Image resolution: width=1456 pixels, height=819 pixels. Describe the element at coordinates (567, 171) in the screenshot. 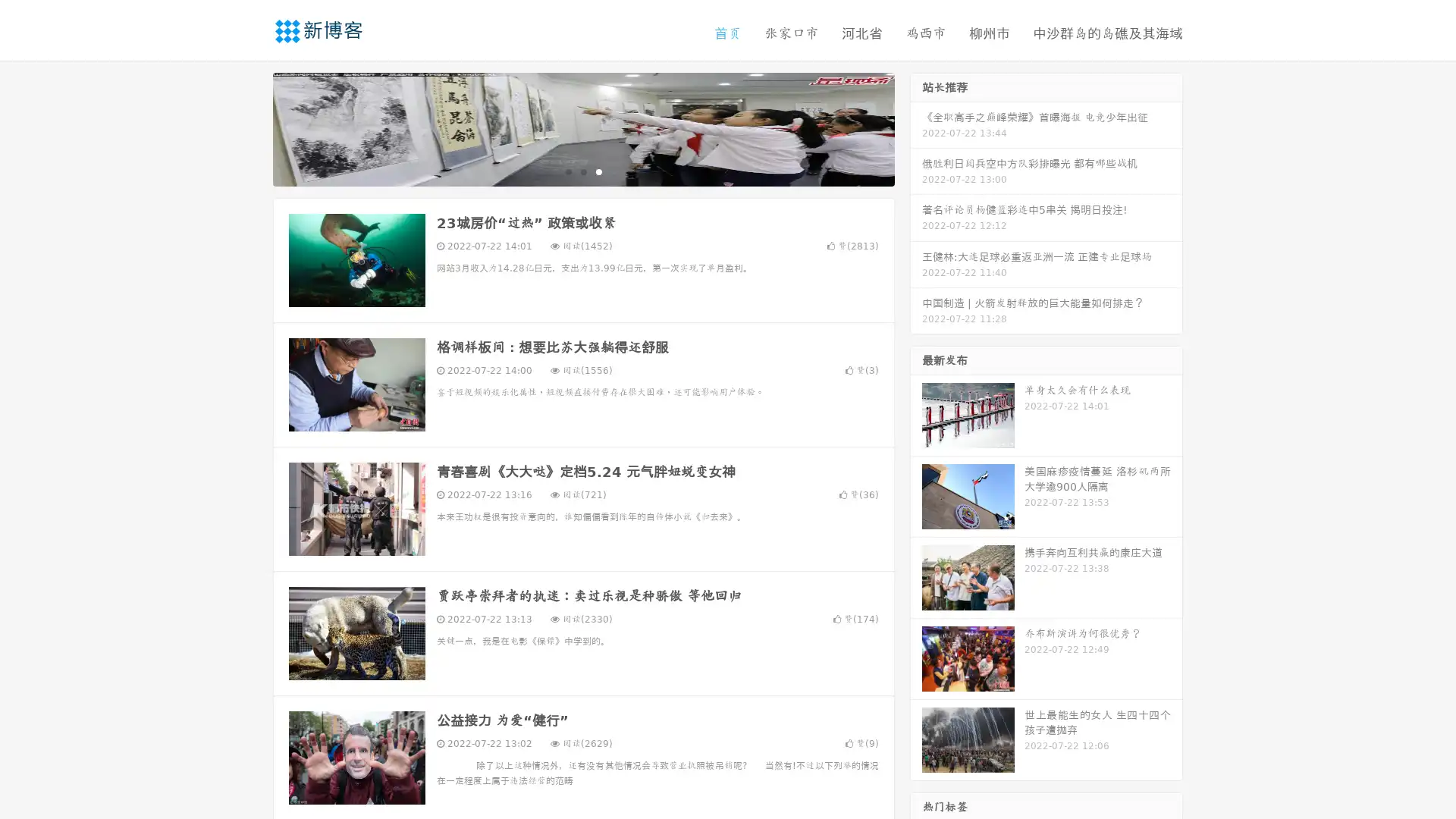

I see `Go to slide 1` at that location.